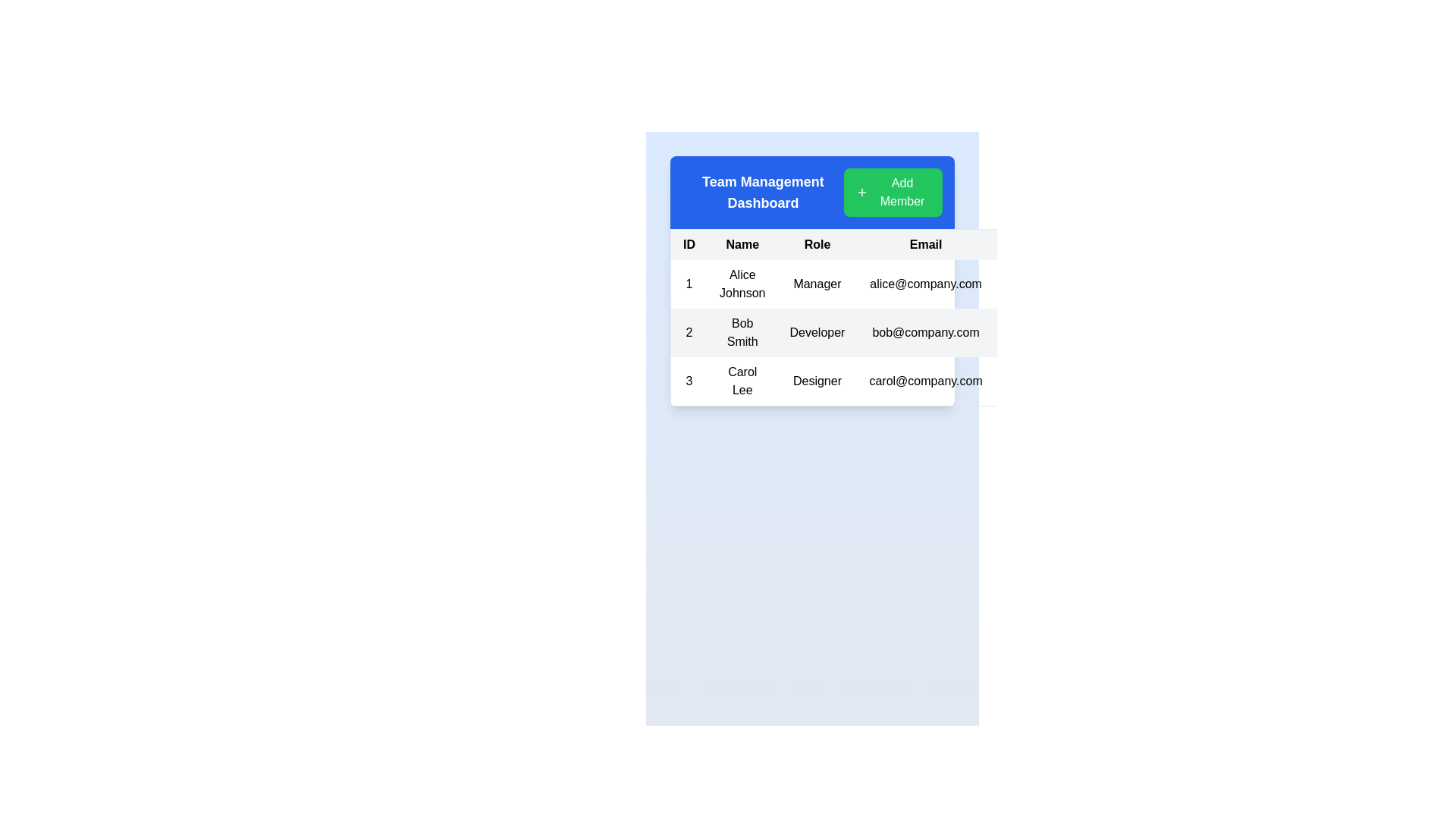  What do you see at coordinates (904, 332) in the screenshot?
I see `the second row of the table in the team management dashboard` at bounding box center [904, 332].